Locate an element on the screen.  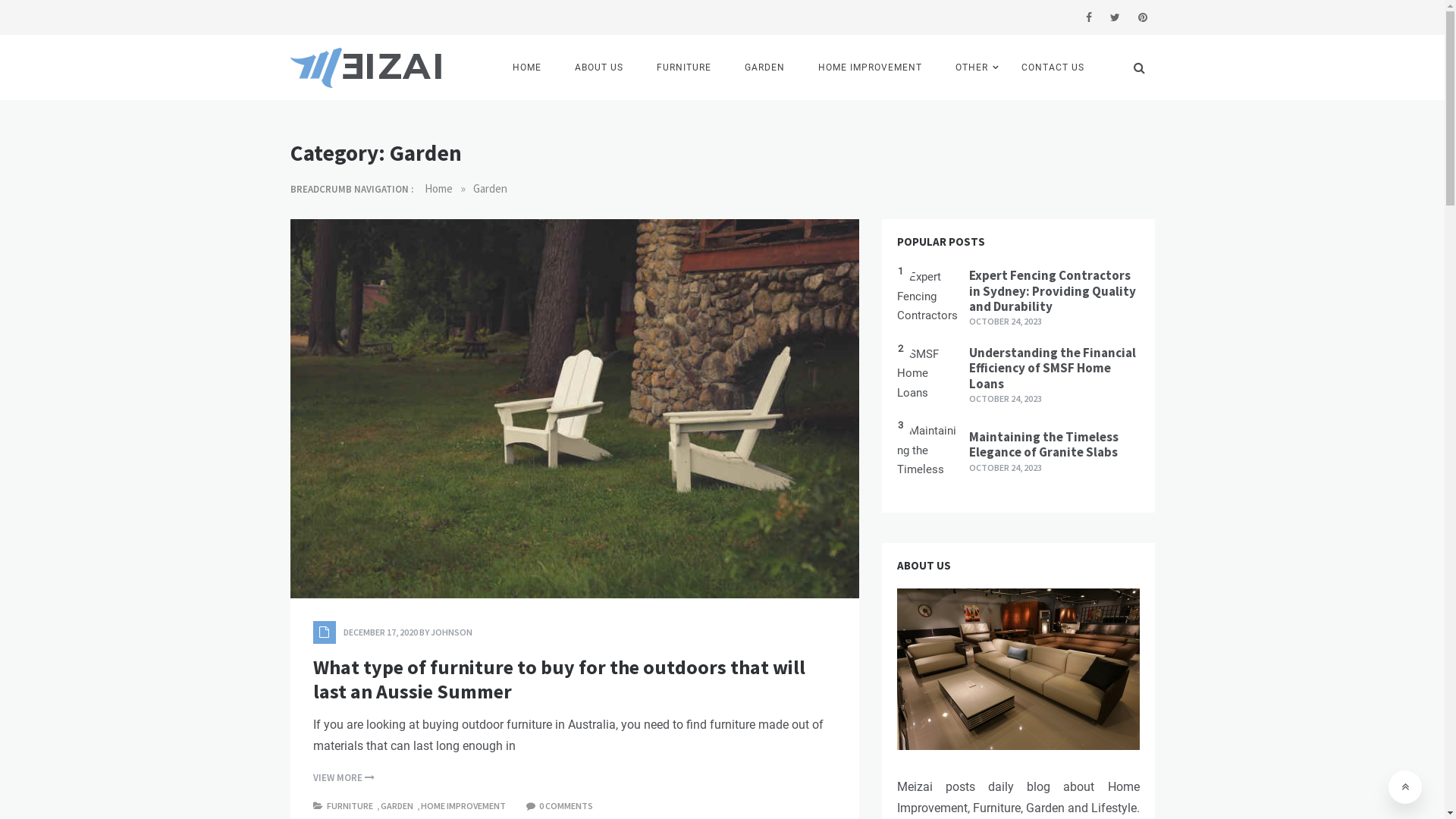
'HOME IMPROVEMENT' is located at coordinates (463, 805).